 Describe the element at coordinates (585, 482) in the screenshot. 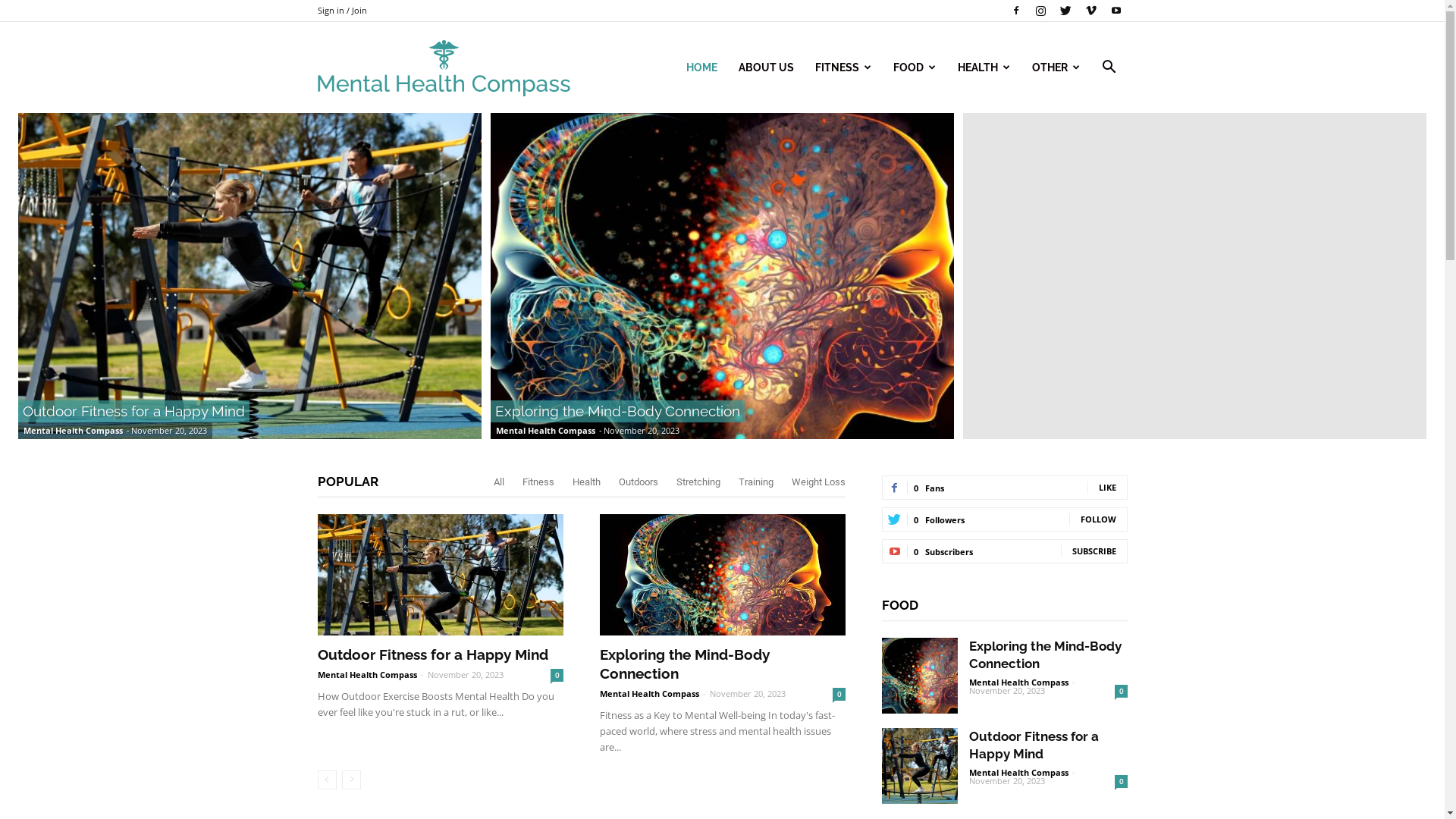

I see `'Health'` at that location.